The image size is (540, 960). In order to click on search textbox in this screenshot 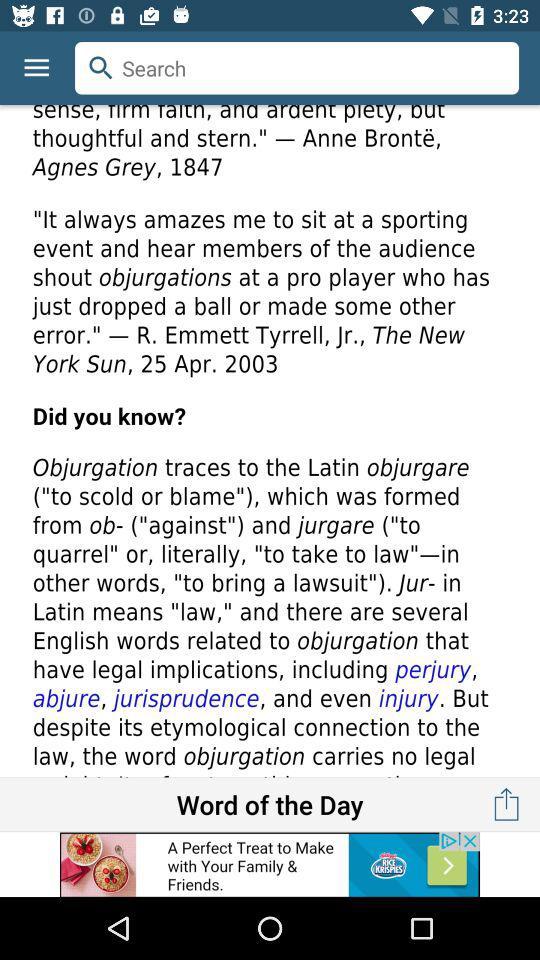, I will do `click(296, 68)`.